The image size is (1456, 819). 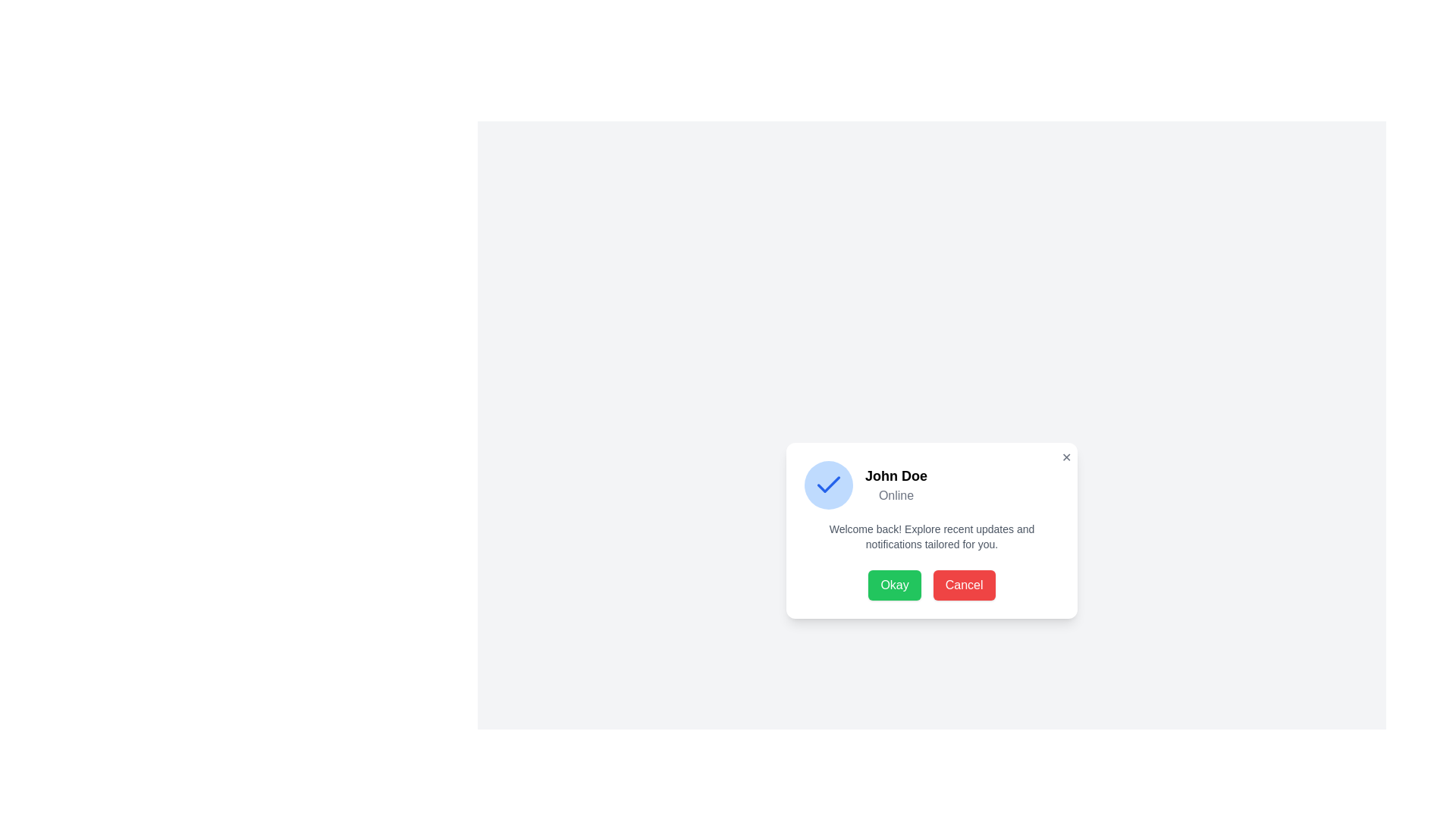 What do you see at coordinates (1065, 457) in the screenshot?
I see `the close button in the top-right corner of the dialog box to observe style changes` at bounding box center [1065, 457].